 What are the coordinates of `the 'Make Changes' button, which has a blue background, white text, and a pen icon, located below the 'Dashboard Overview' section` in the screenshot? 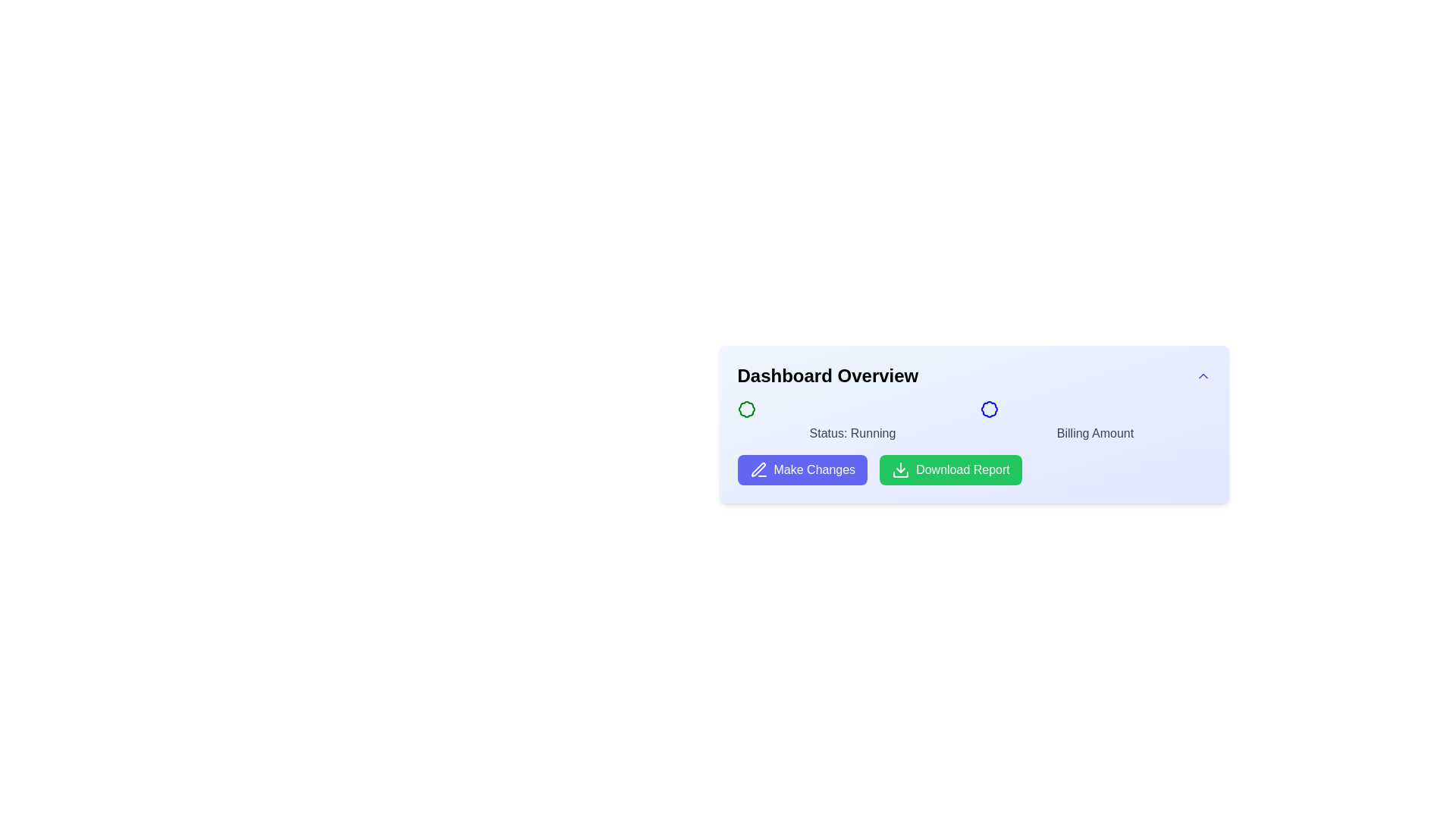 It's located at (802, 469).